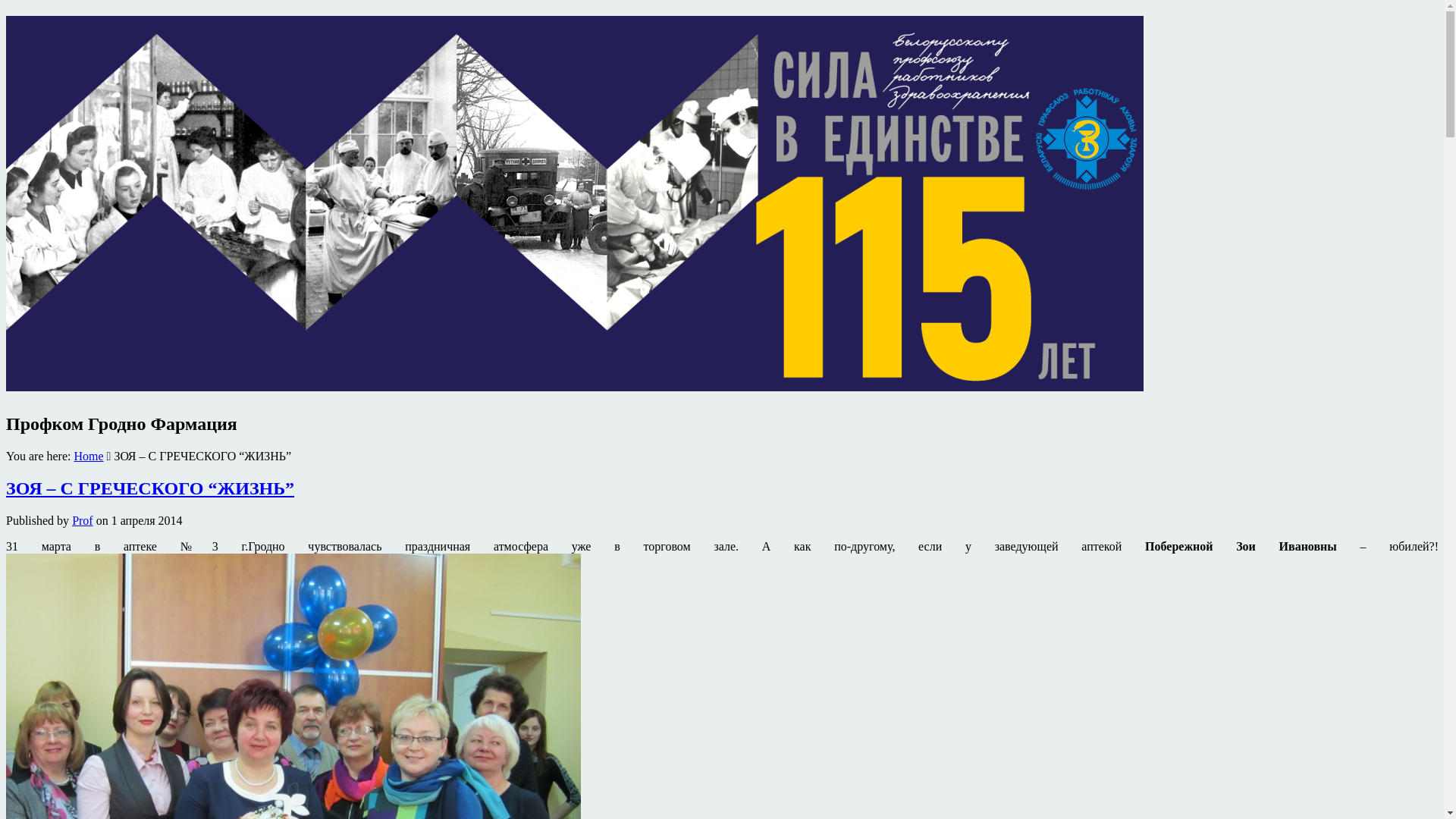  Describe the element at coordinates (87, 455) in the screenshot. I see `'Home'` at that location.